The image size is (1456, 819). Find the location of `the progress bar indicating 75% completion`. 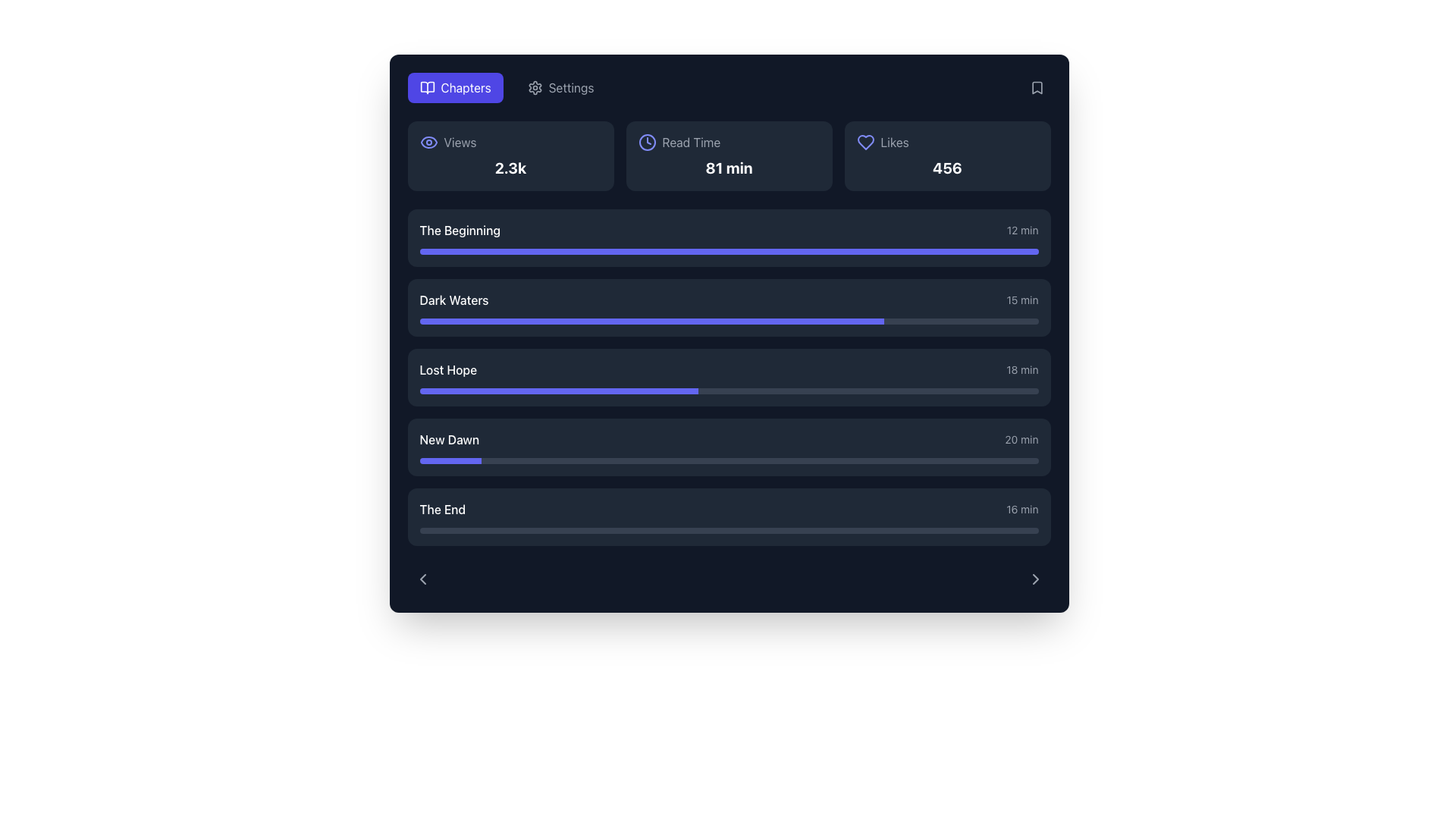

the progress bar indicating 75% completion is located at coordinates (729, 321).